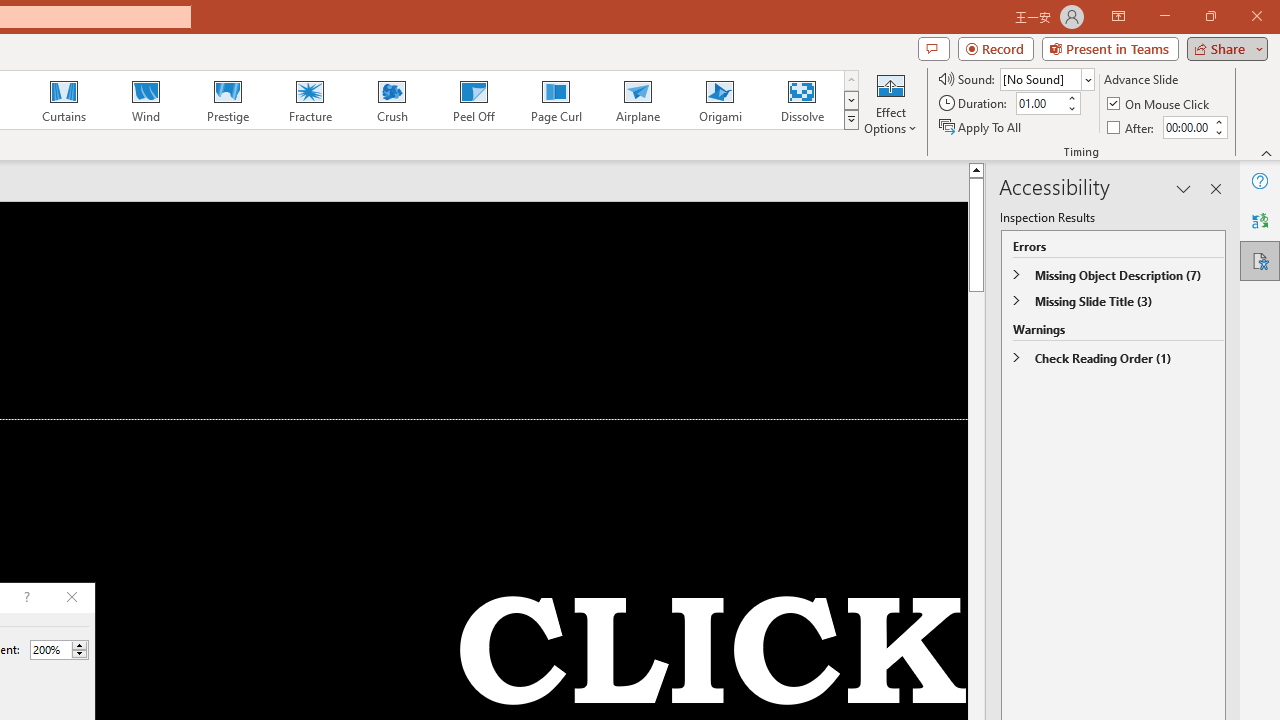 The image size is (1280, 720). What do you see at coordinates (636, 100) in the screenshot?
I see `'Airplane'` at bounding box center [636, 100].